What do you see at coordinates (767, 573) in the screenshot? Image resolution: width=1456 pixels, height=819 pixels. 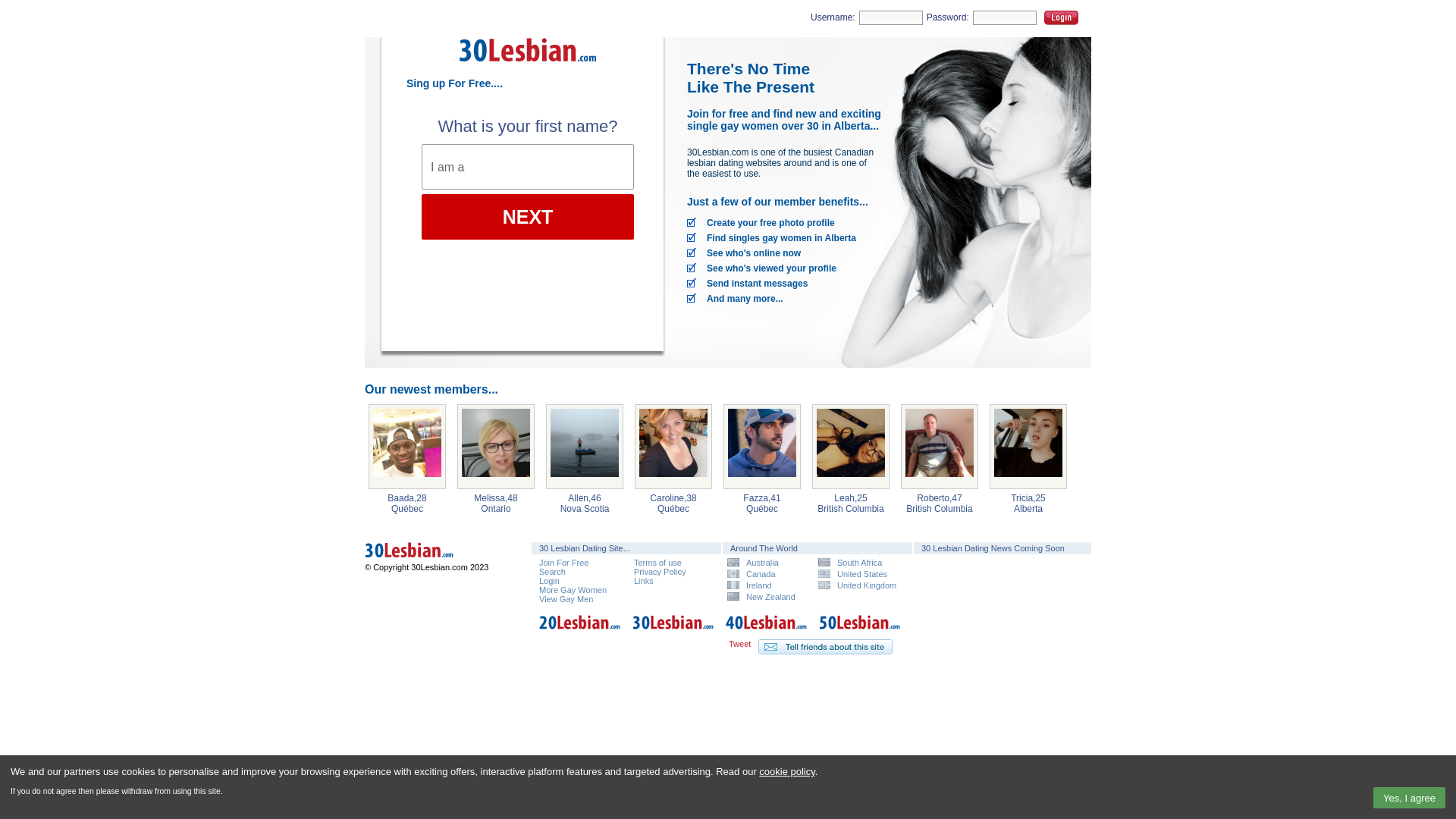 I see `'Canada'` at bounding box center [767, 573].